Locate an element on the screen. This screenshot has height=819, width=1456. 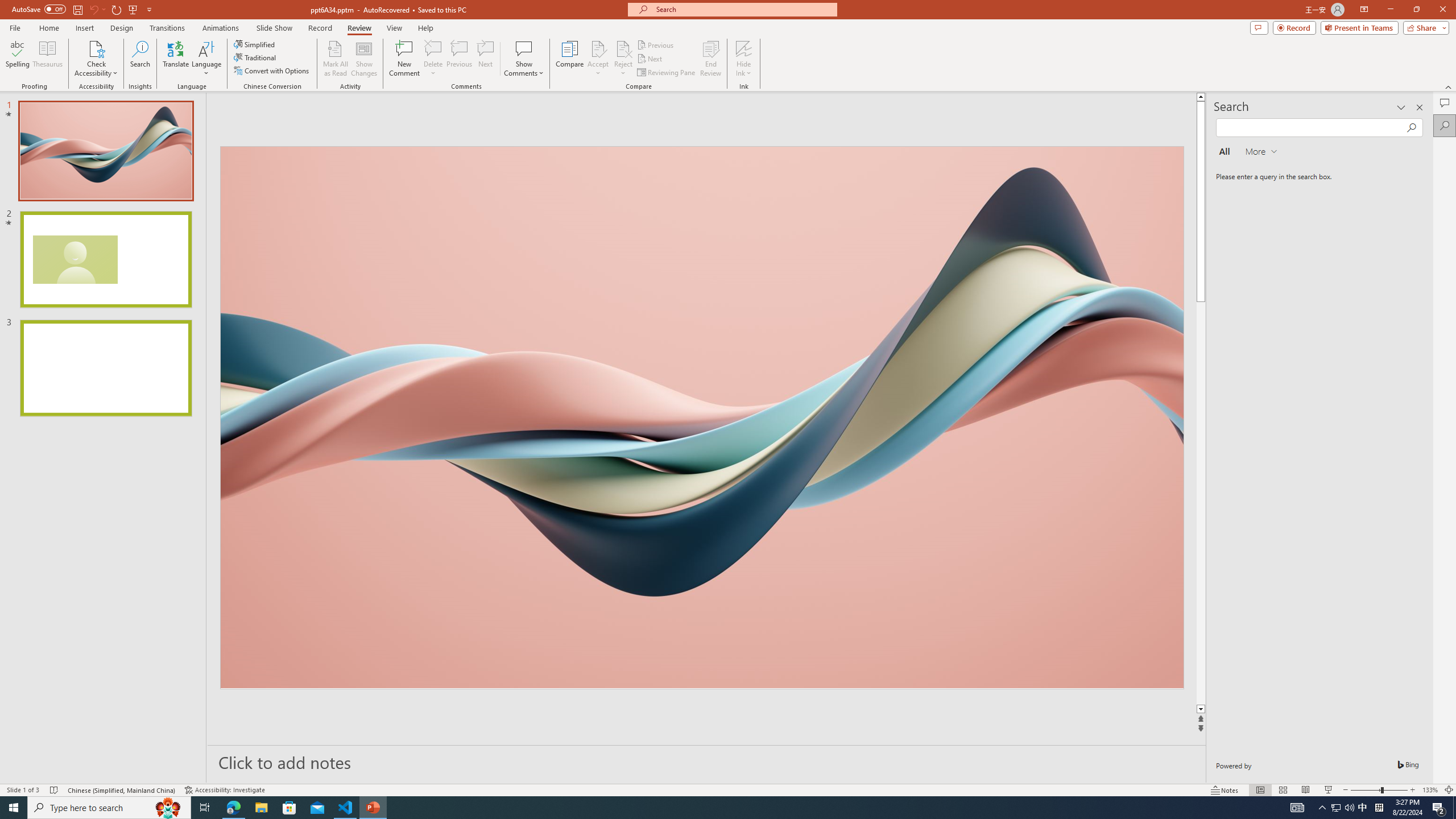
'Show Changes' is located at coordinates (364, 59).